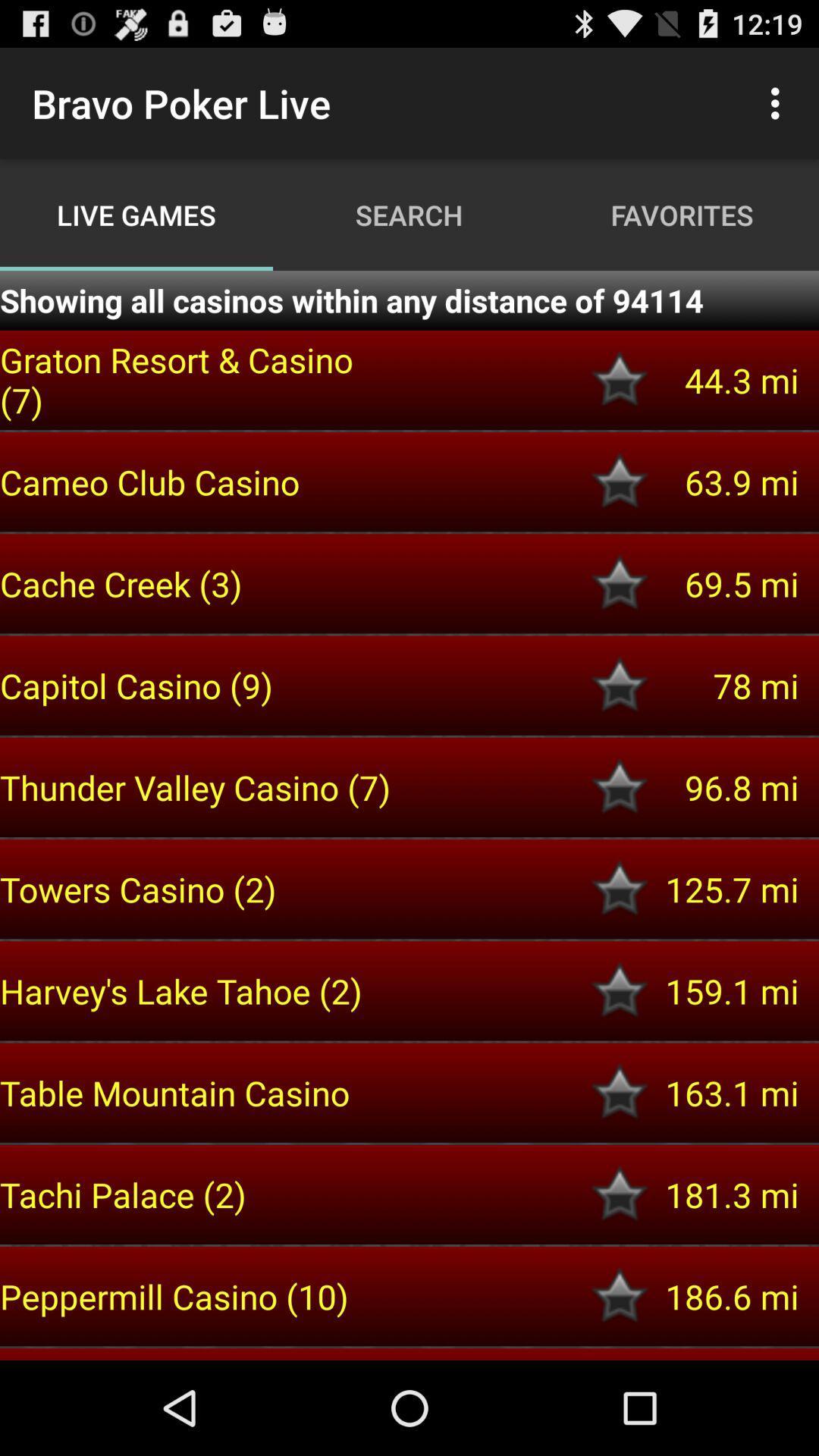 Image resolution: width=819 pixels, height=1456 pixels. I want to click on harvey s lake item, so click(198, 990).